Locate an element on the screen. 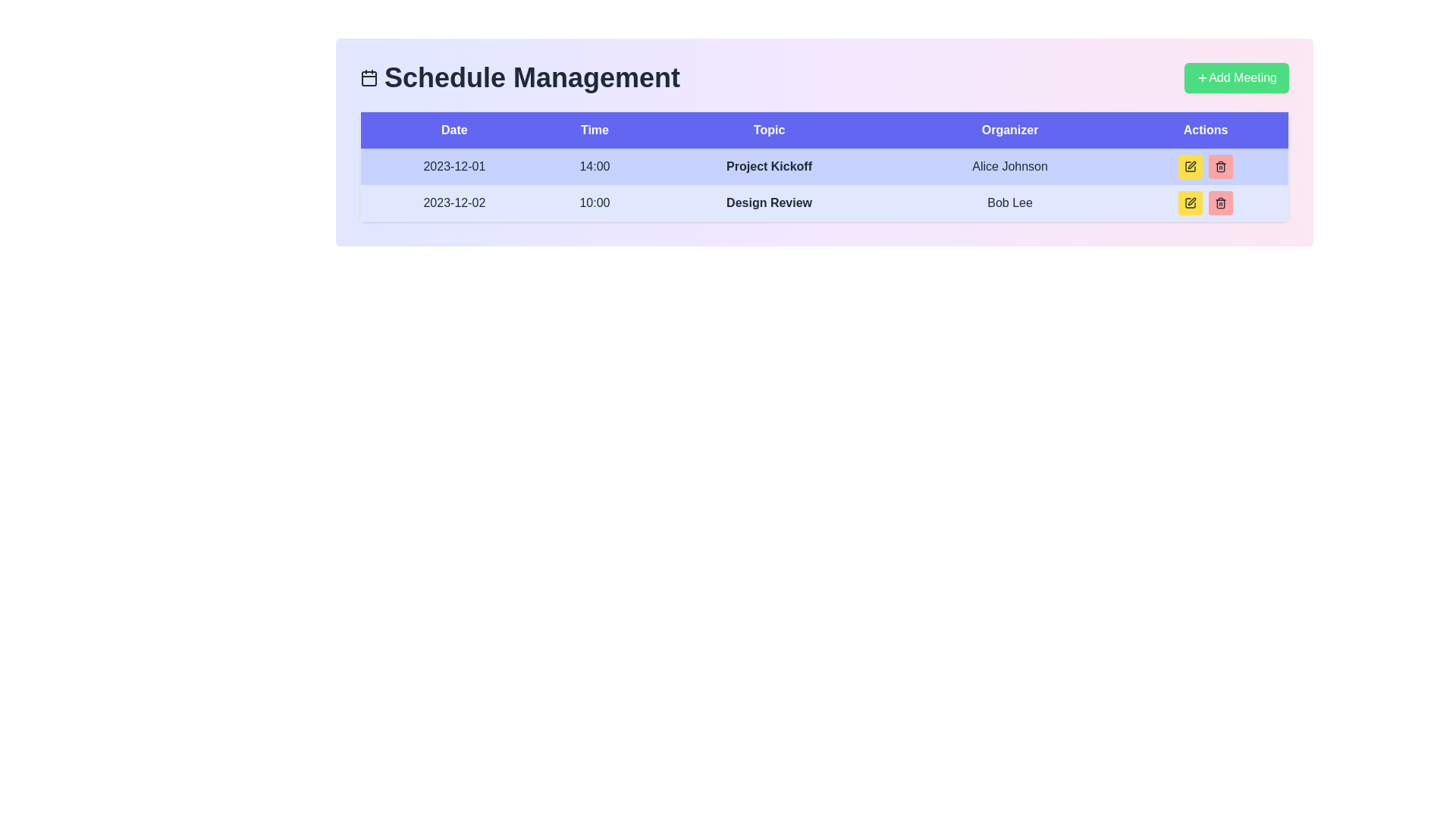  text of the 'Time' header label, which is the second header in the data table, positioned between the 'Date' and 'Topic' headers is located at coordinates (594, 129).